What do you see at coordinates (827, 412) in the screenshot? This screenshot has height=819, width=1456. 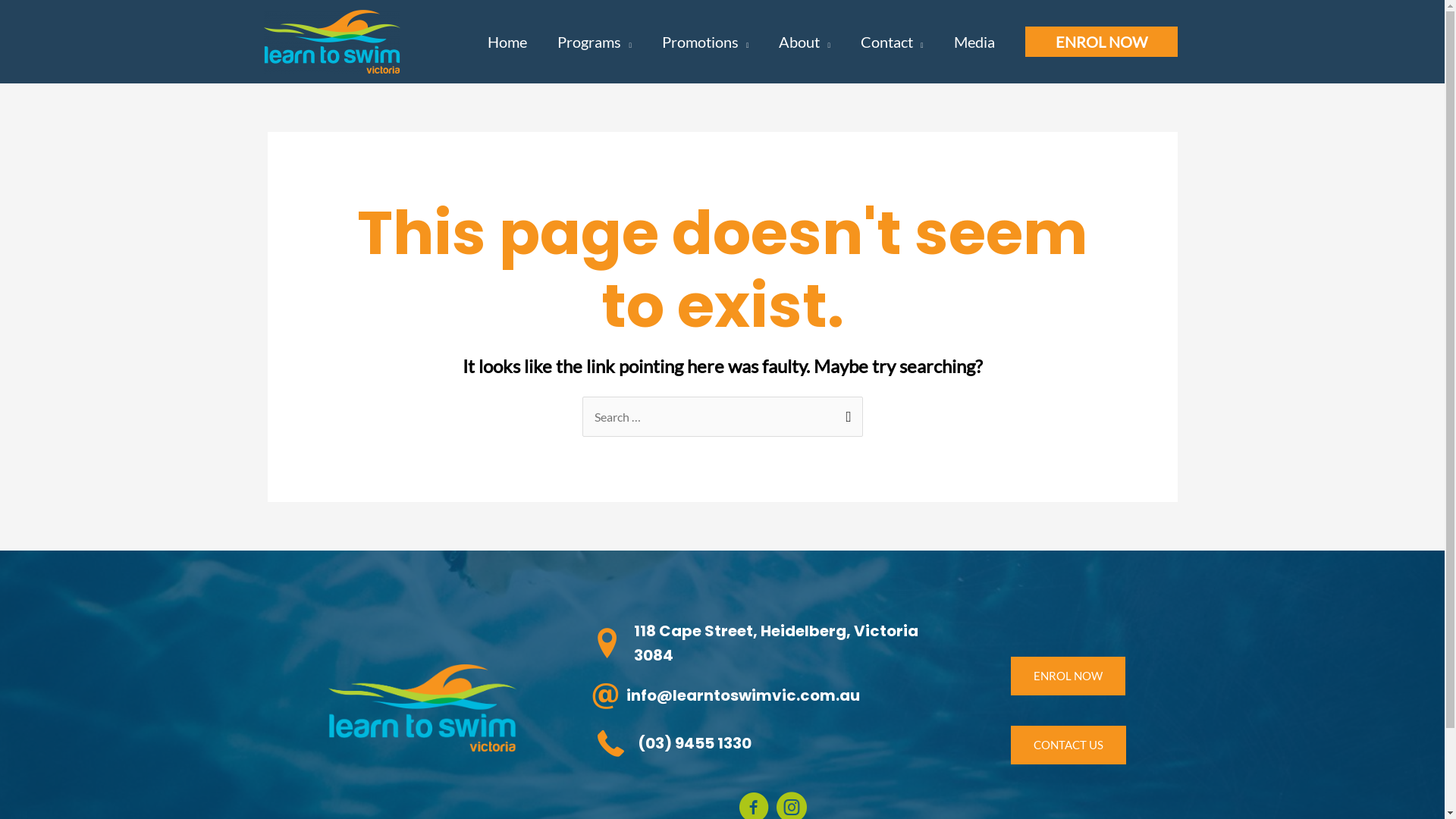 I see `'Search'` at bounding box center [827, 412].